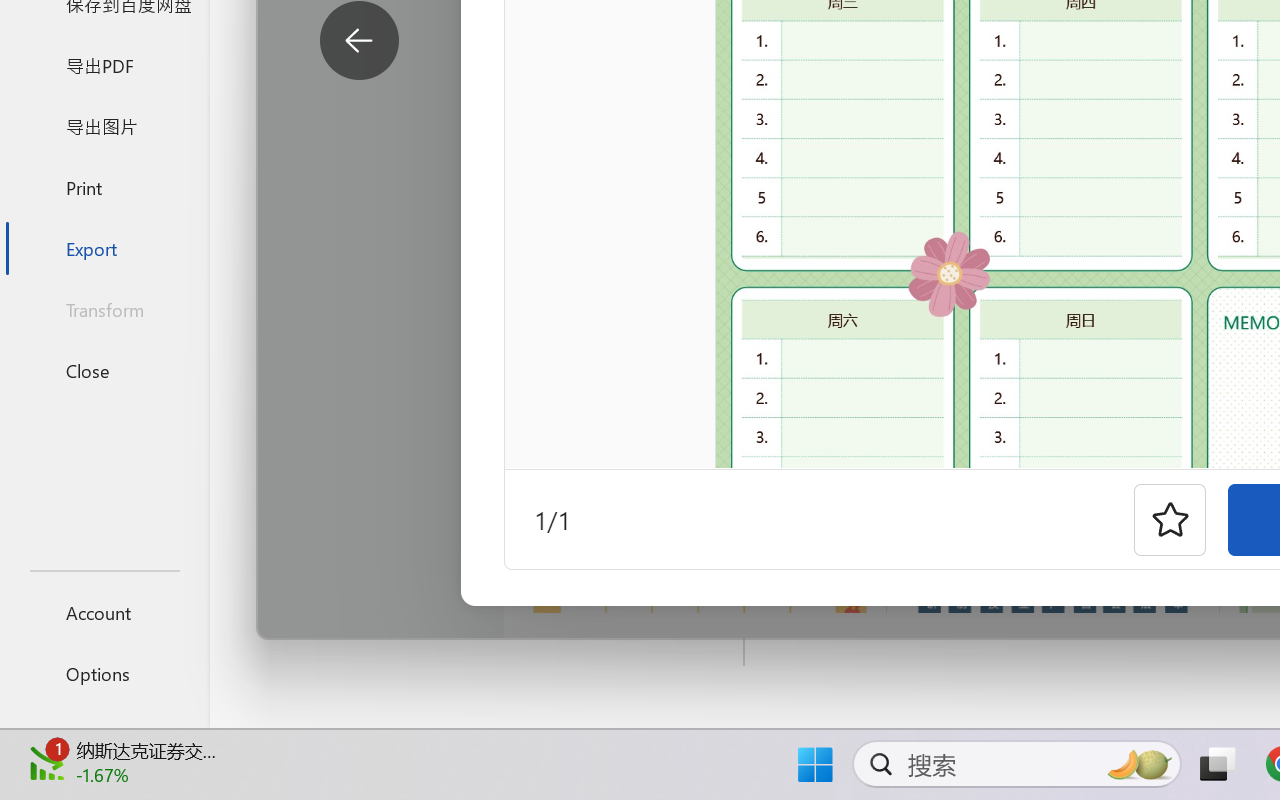 The width and height of the screenshot is (1280, 800). Describe the element at coordinates (103, 612) in the screenshot. I see `'Account'` at that location.